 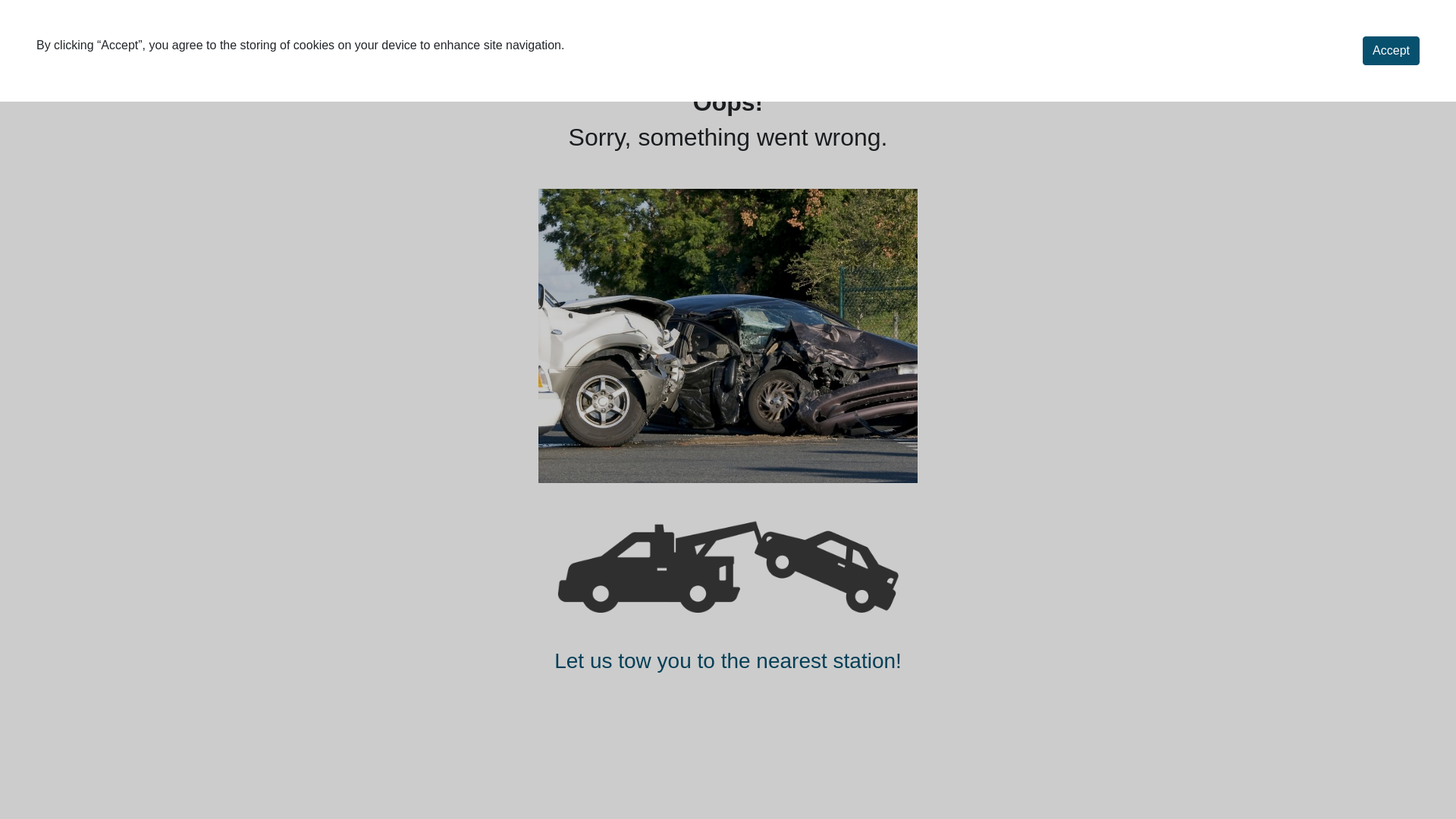 What do you see at coordinates (1391, 49) in the screenshot?
I see `'Accept'` at bounding box center [1391, 49].